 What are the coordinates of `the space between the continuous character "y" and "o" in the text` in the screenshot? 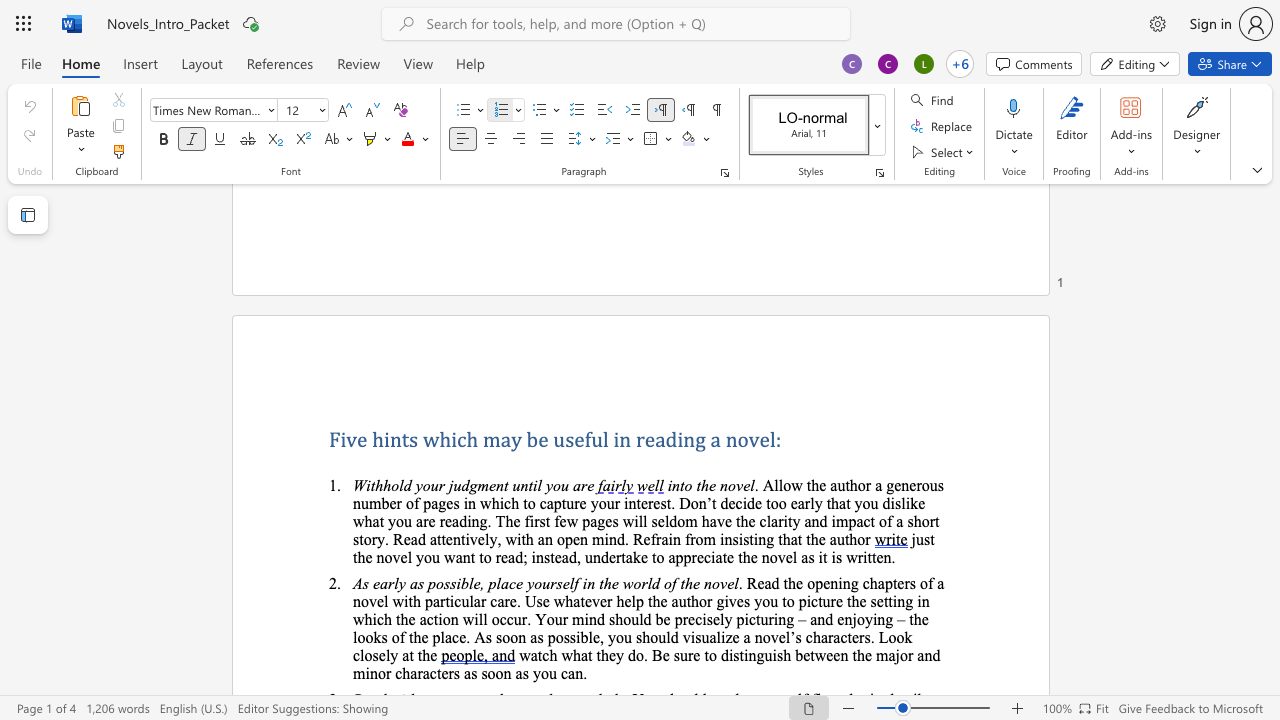 It's located at (540, 673).